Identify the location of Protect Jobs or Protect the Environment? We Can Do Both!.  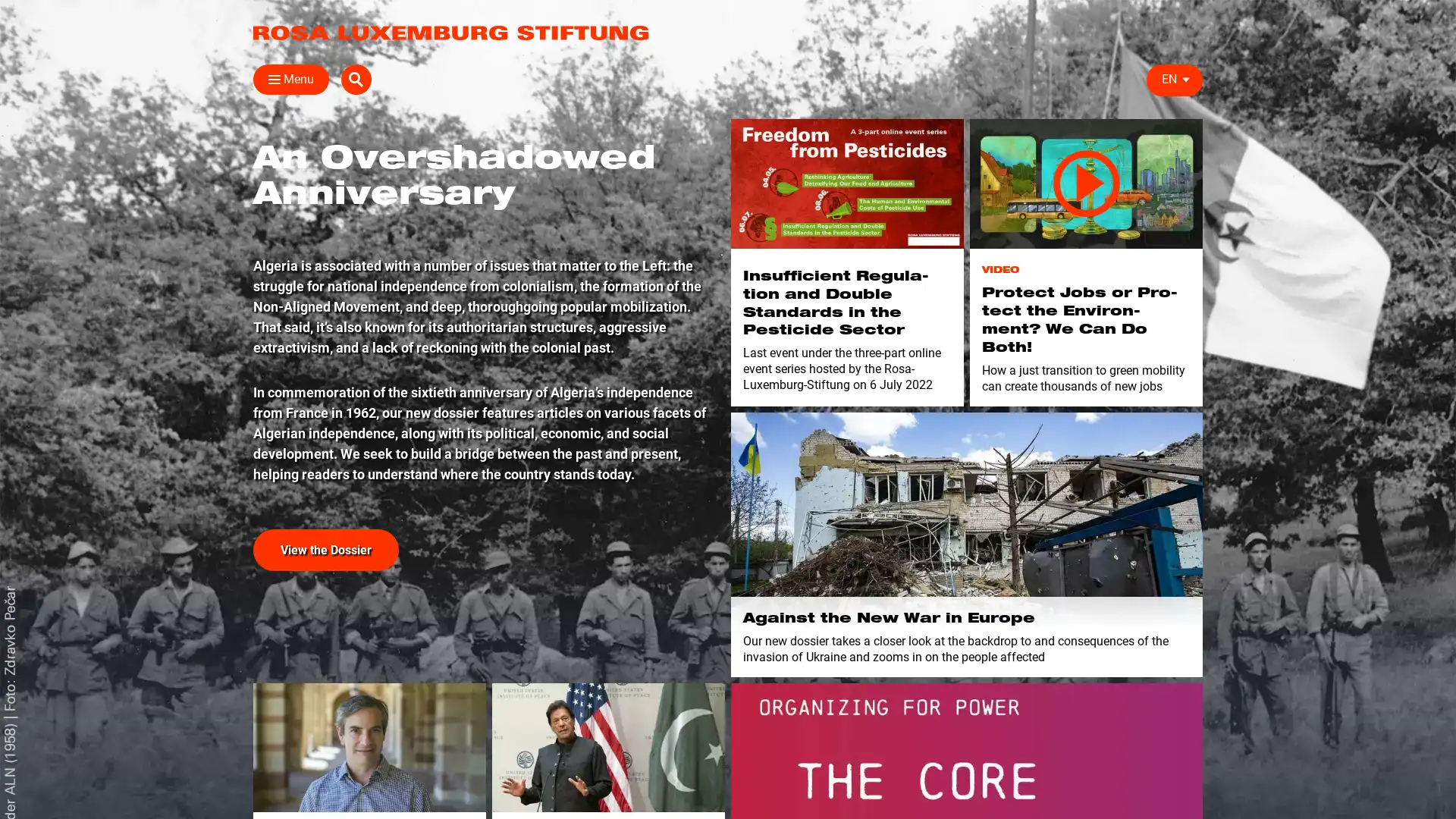
(1085, 183).